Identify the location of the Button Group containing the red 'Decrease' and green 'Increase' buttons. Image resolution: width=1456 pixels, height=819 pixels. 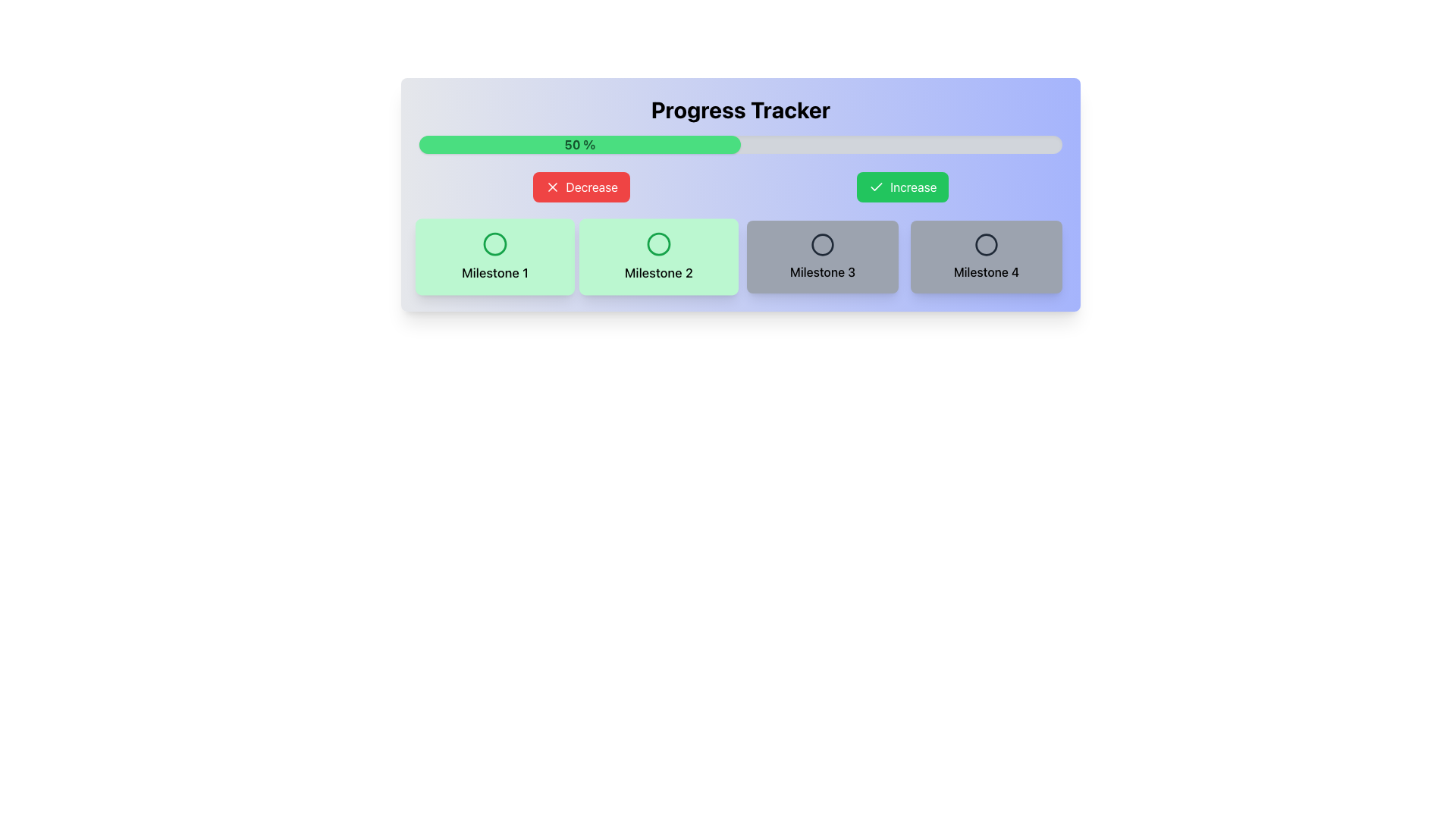
(741, 186).